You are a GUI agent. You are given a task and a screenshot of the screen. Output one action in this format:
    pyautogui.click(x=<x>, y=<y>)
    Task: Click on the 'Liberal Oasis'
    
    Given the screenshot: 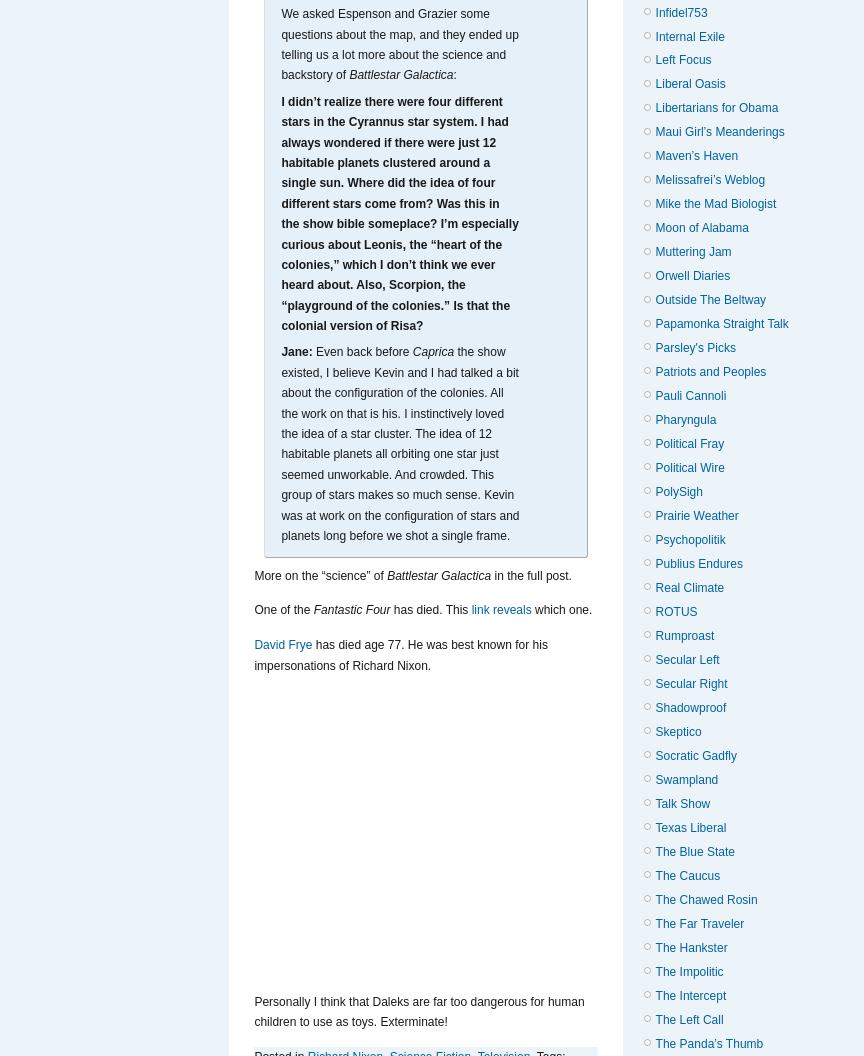 What is the action you would take?
    pyautogui.click(x=689, y=82)
    